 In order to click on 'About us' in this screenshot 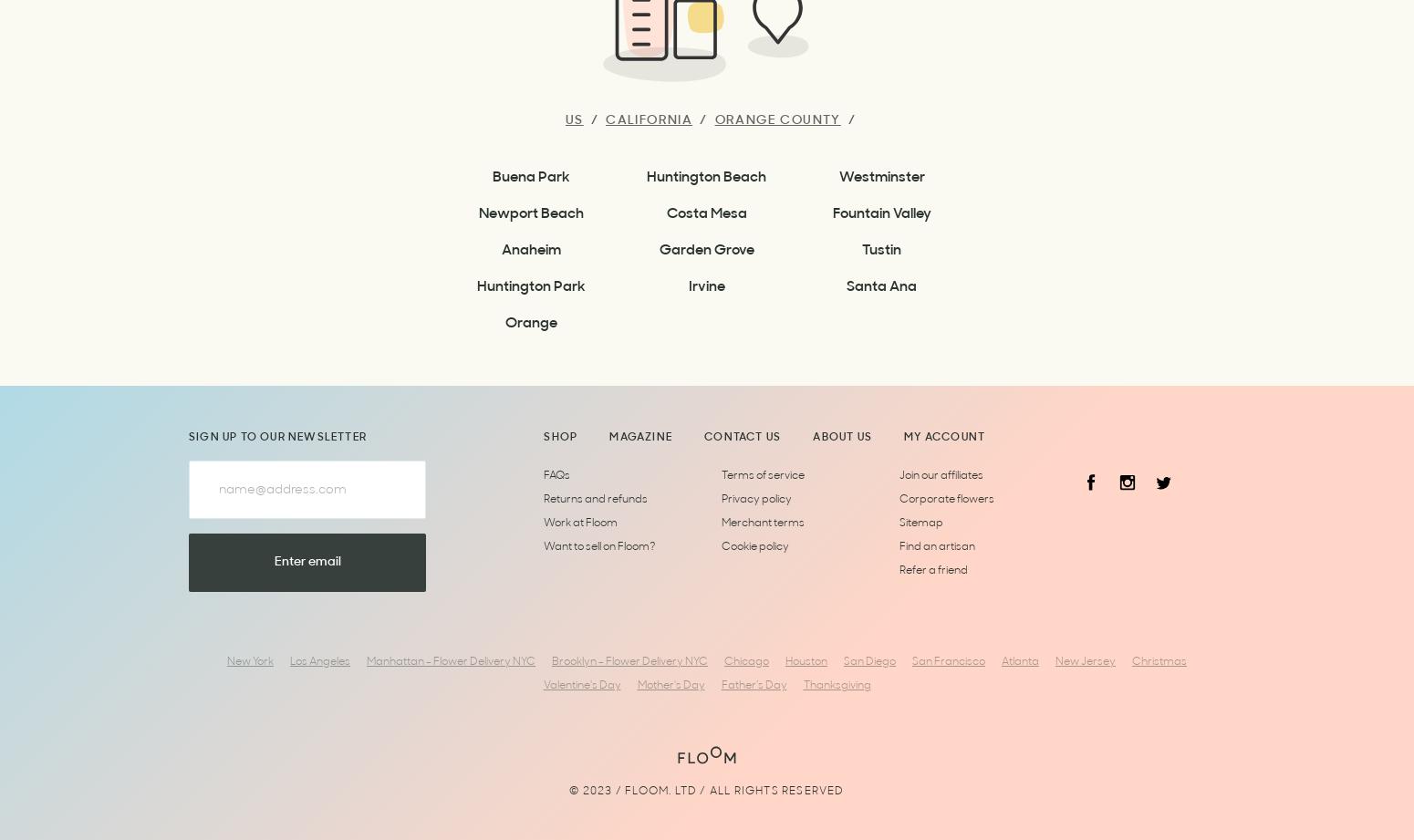, I will do `click(812, 437)`.